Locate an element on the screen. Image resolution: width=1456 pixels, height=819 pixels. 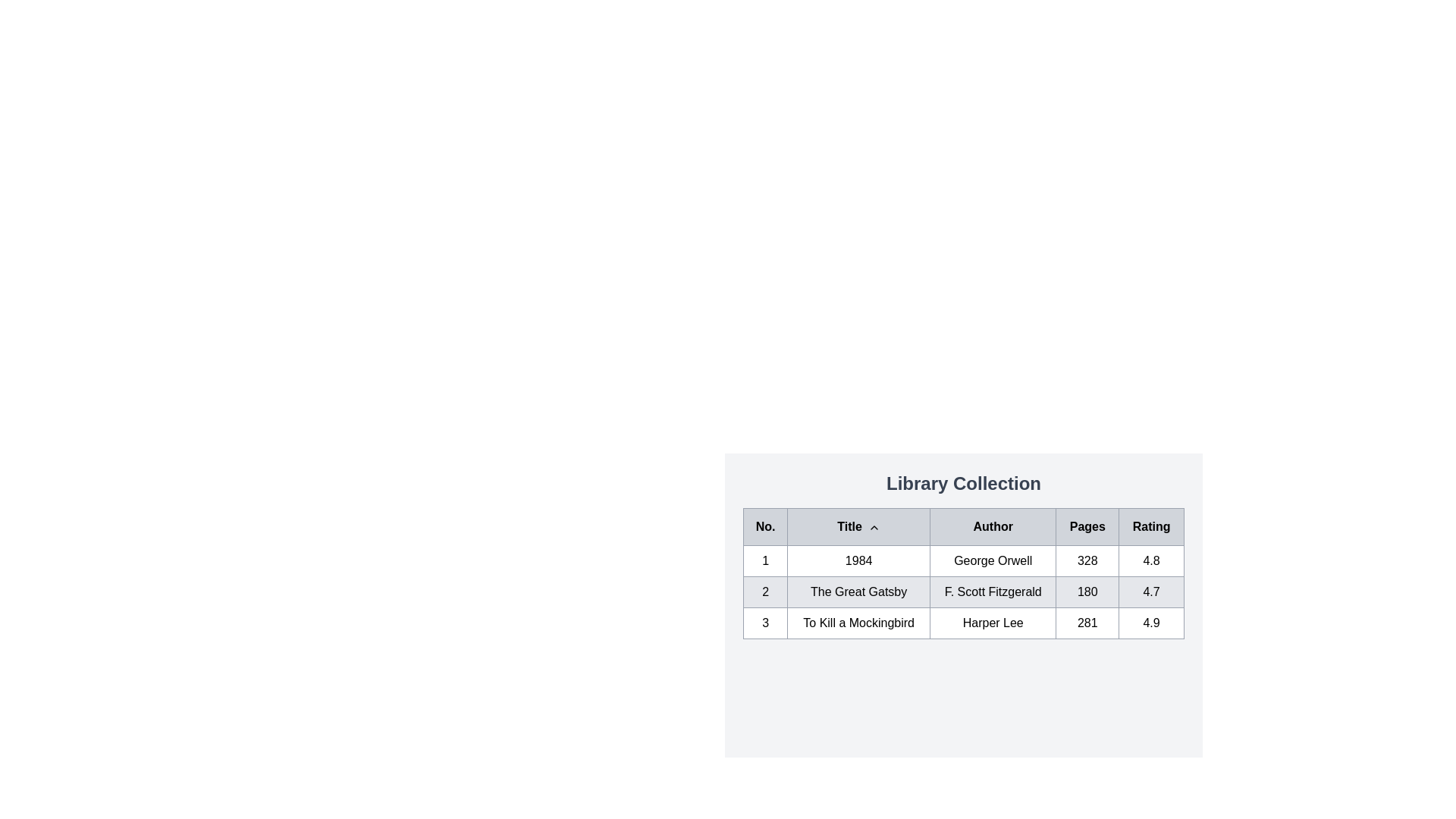
the second row of the table displaying information about 'The Great Gatsby' is located at coordinates (963, 591).